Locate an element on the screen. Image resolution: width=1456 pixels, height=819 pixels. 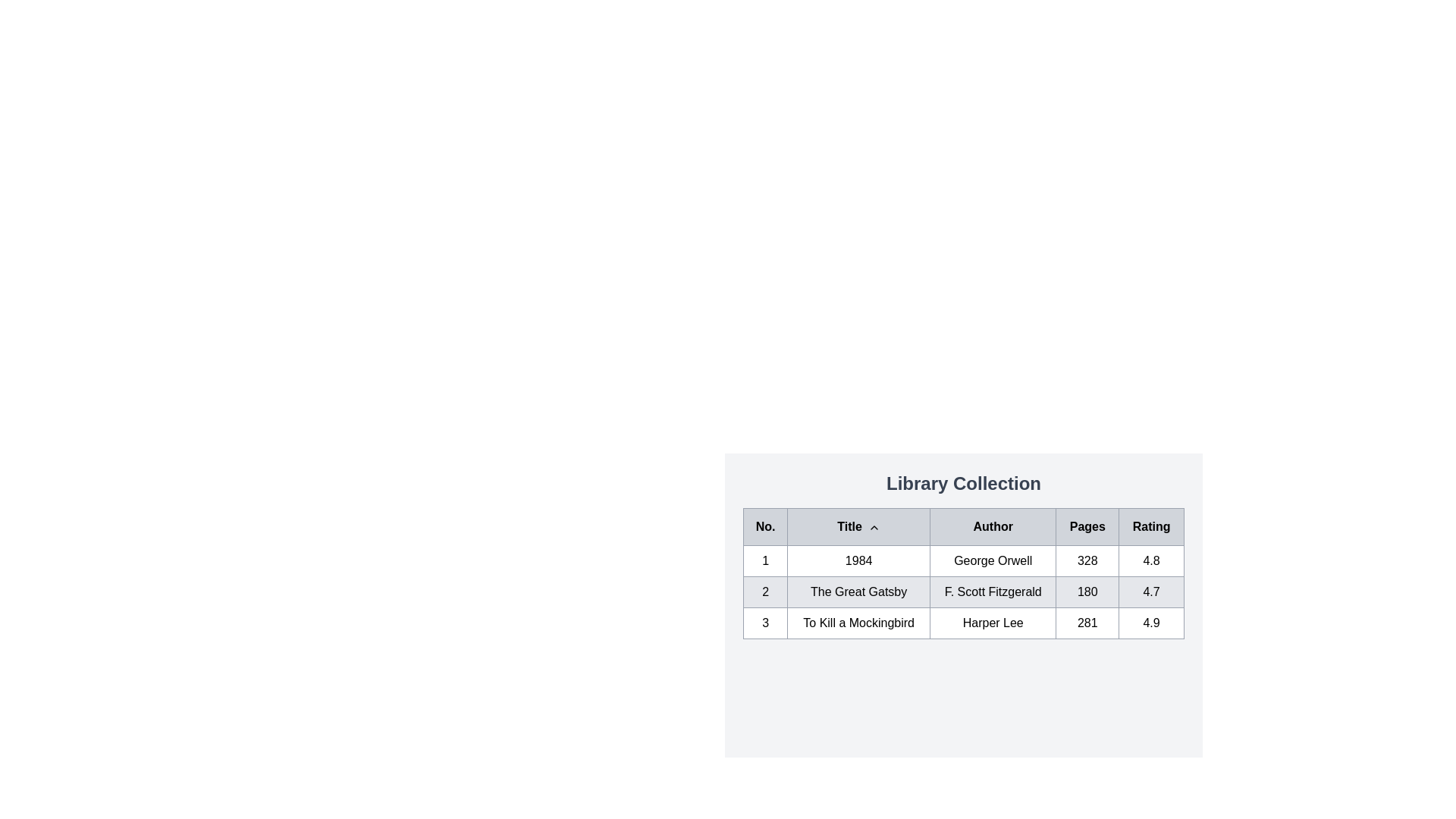
the second row of the table displaying information about 'The Great Gatsby' is located at coordinates (963, 591).